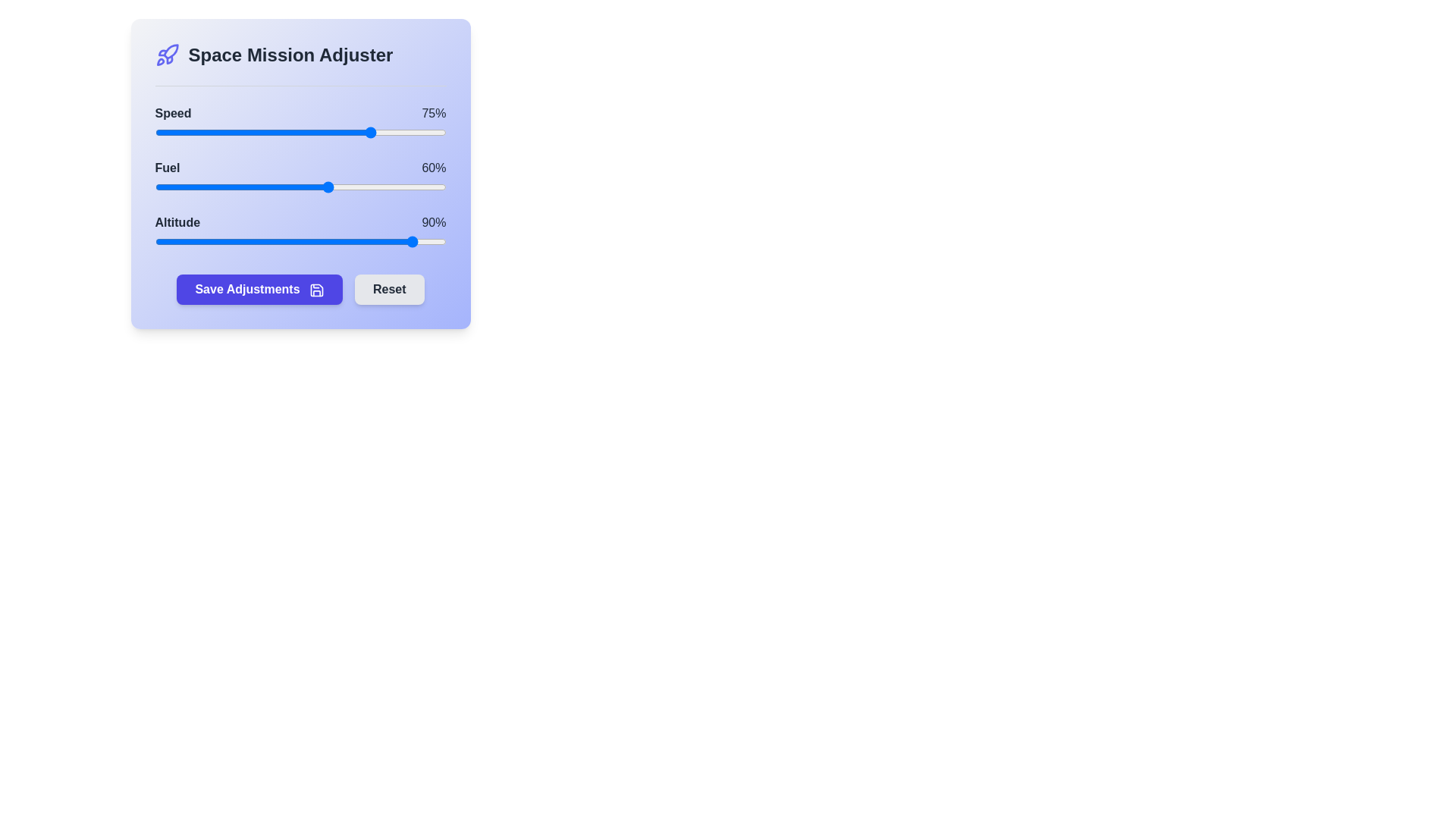 This screenshot has height=819, width=1456. I want to click on the 1 slider to 42%, so click(277, 186).